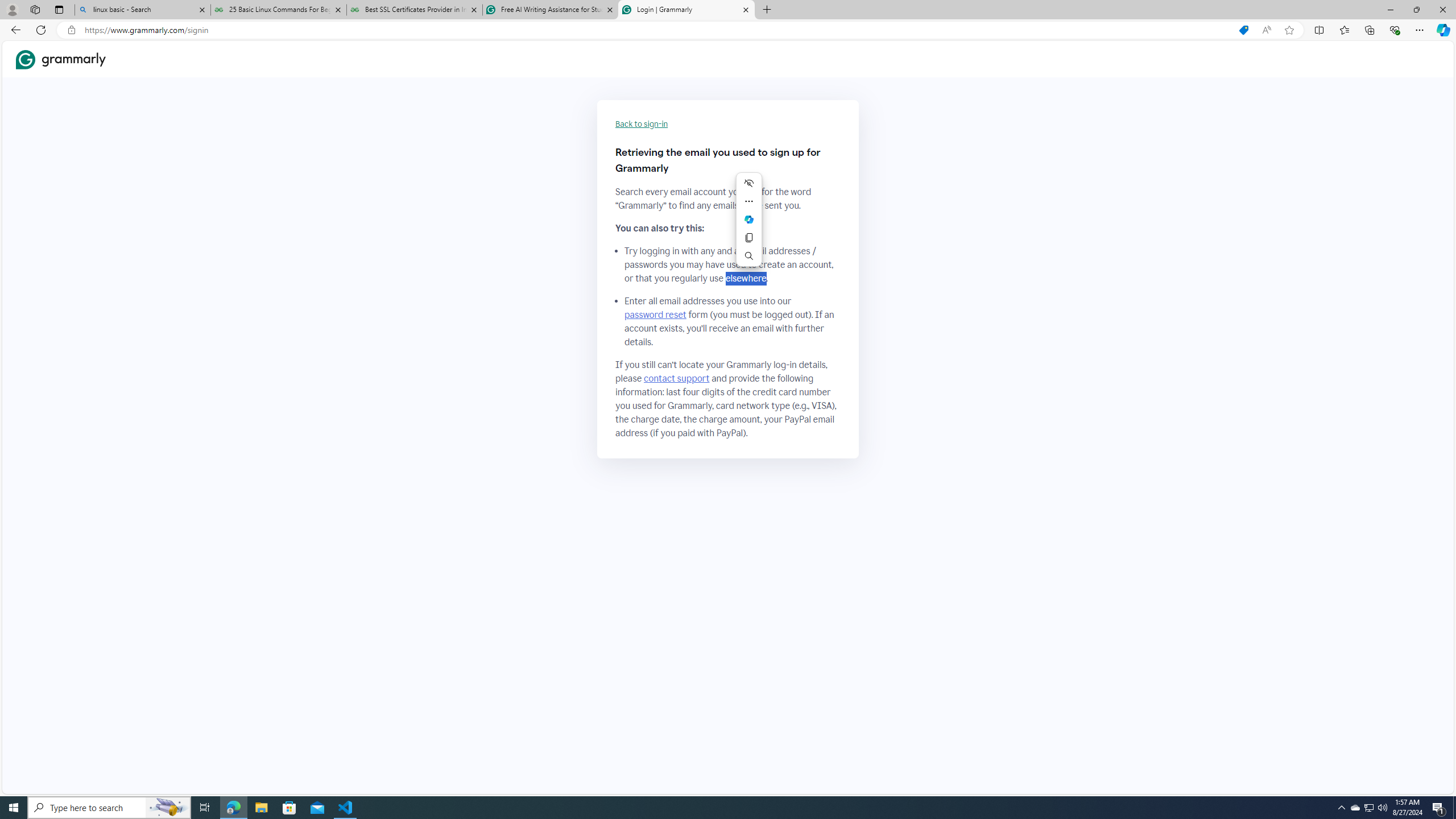 The image size is (1456, 819). What do you see at coordinates (642, 124) in the screenshot?
I see `'Back to sign-in'` at bounding box center [642, 124].